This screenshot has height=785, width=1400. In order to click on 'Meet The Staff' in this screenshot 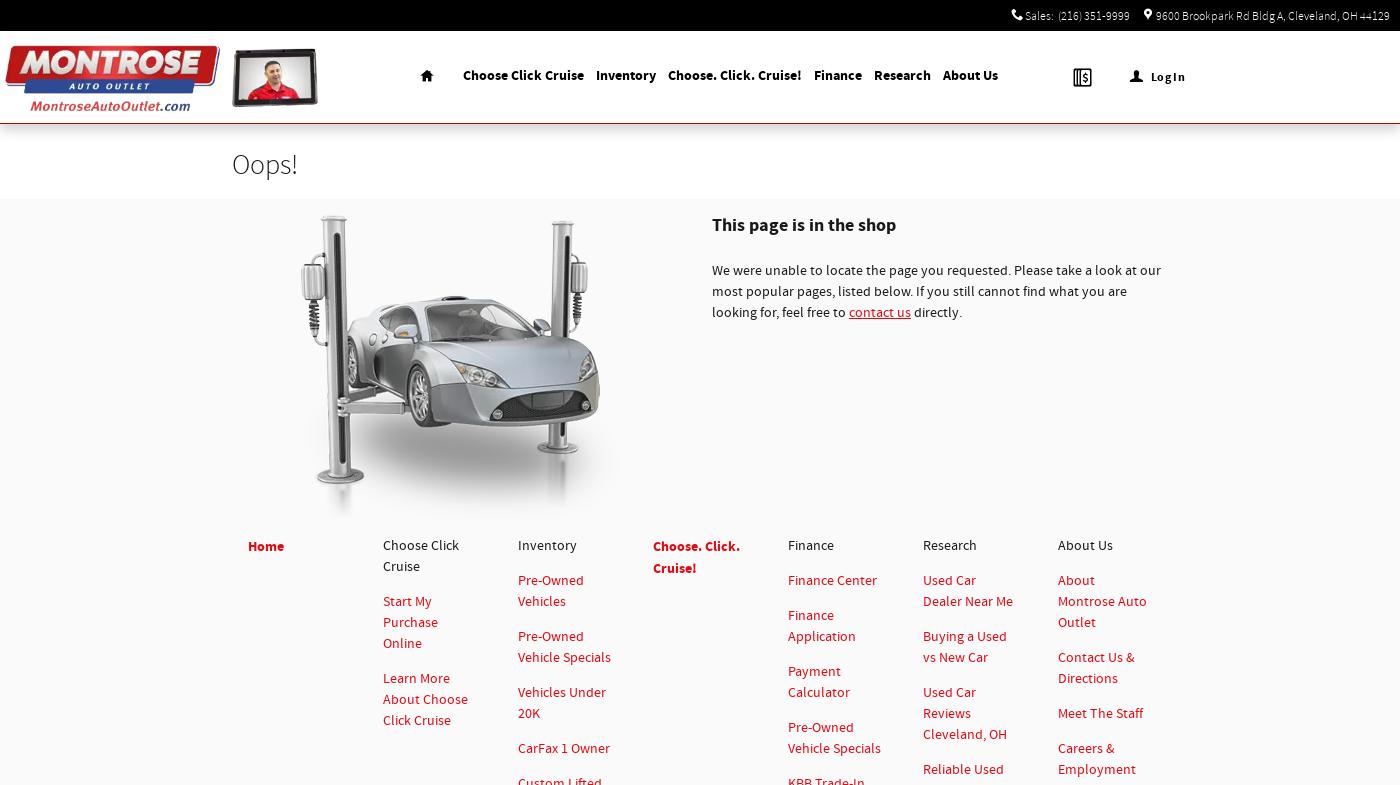, I will do `click(1057, 714)`.